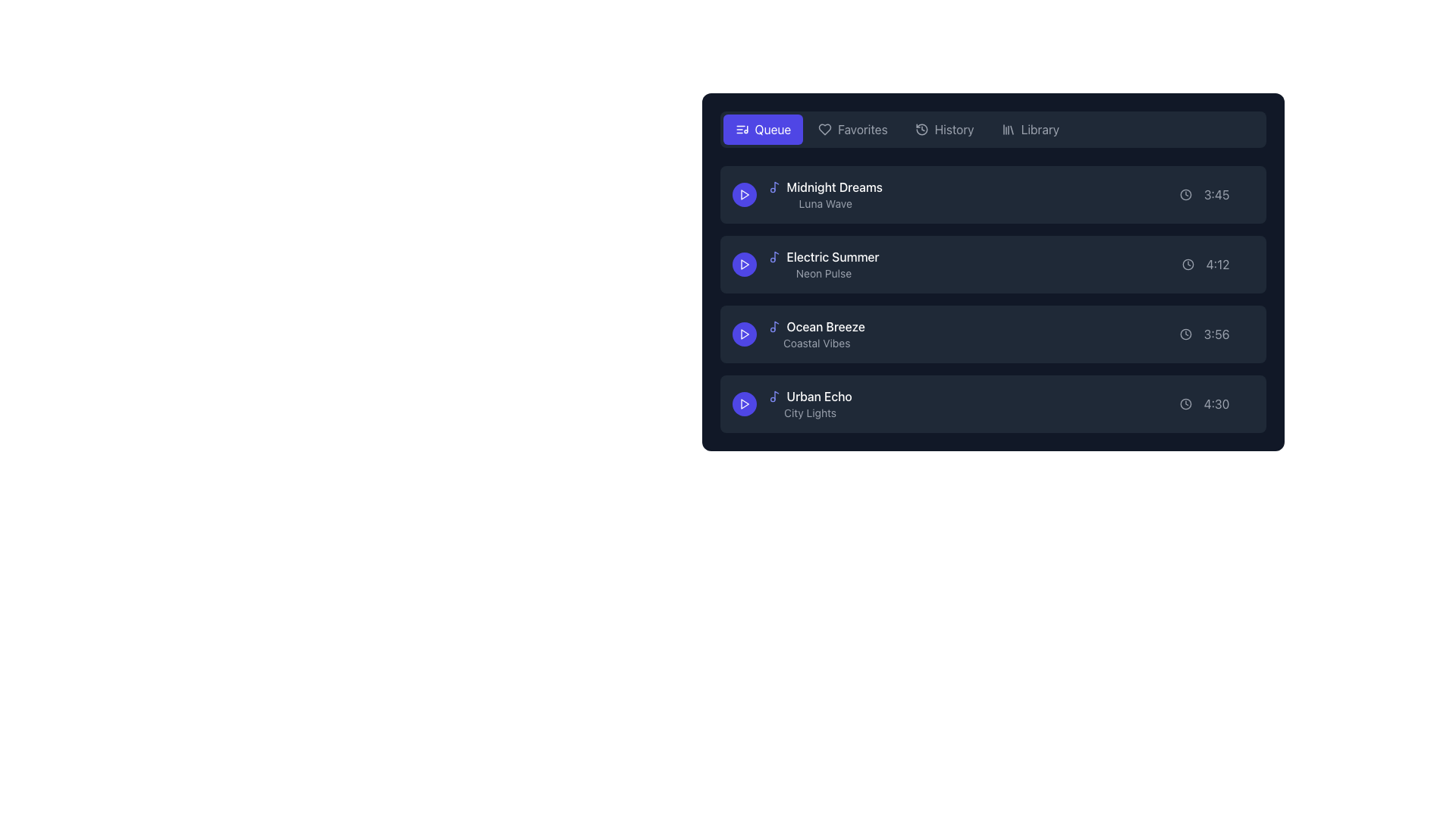  I want to click on the text label 'Urban Echo', so click(809, 396).